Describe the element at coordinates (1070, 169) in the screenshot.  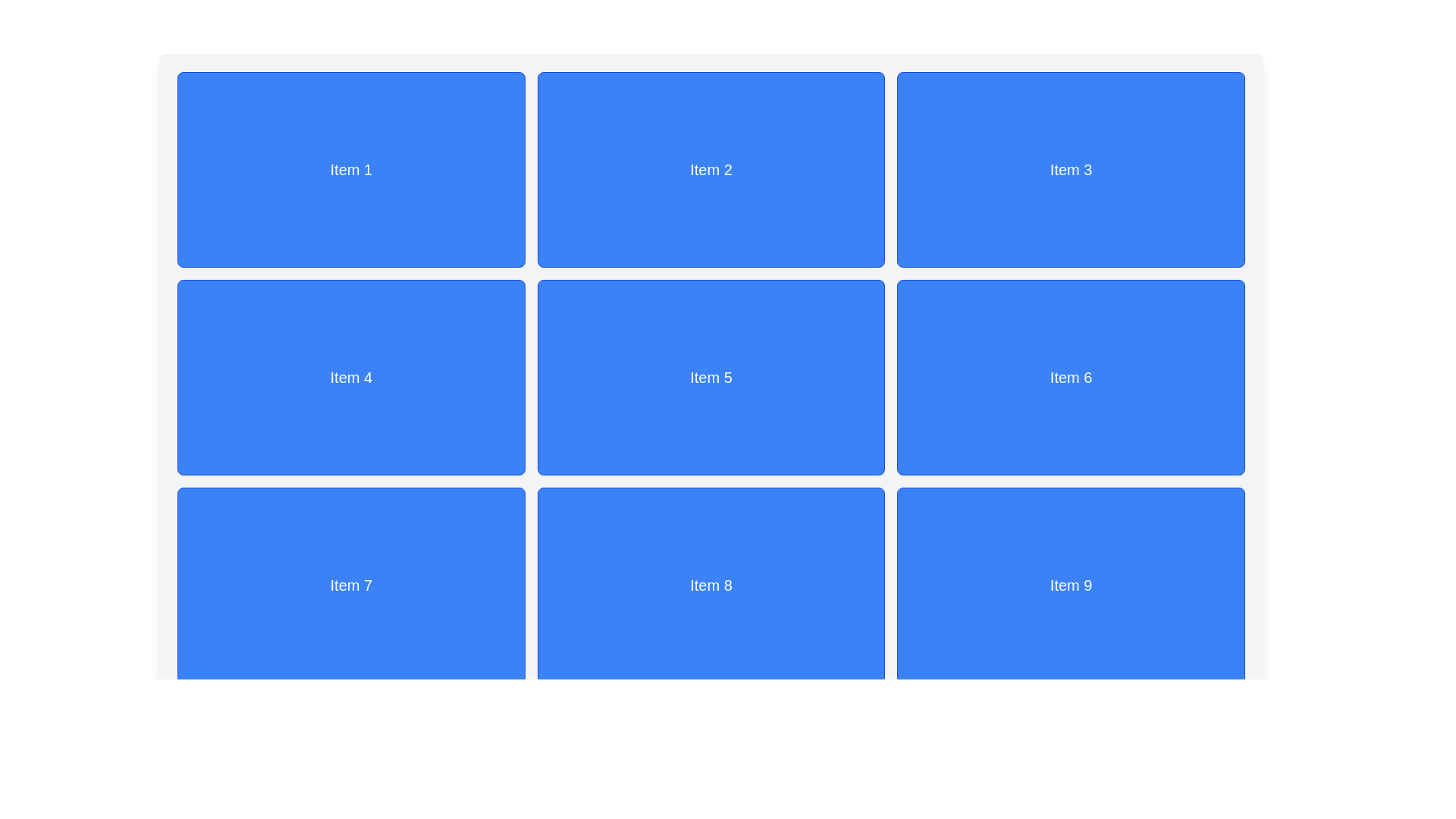
I see `the visual card that displays information associated with 'Item 3', located in the first row and third column of a 3x3 grid layout` at that location.